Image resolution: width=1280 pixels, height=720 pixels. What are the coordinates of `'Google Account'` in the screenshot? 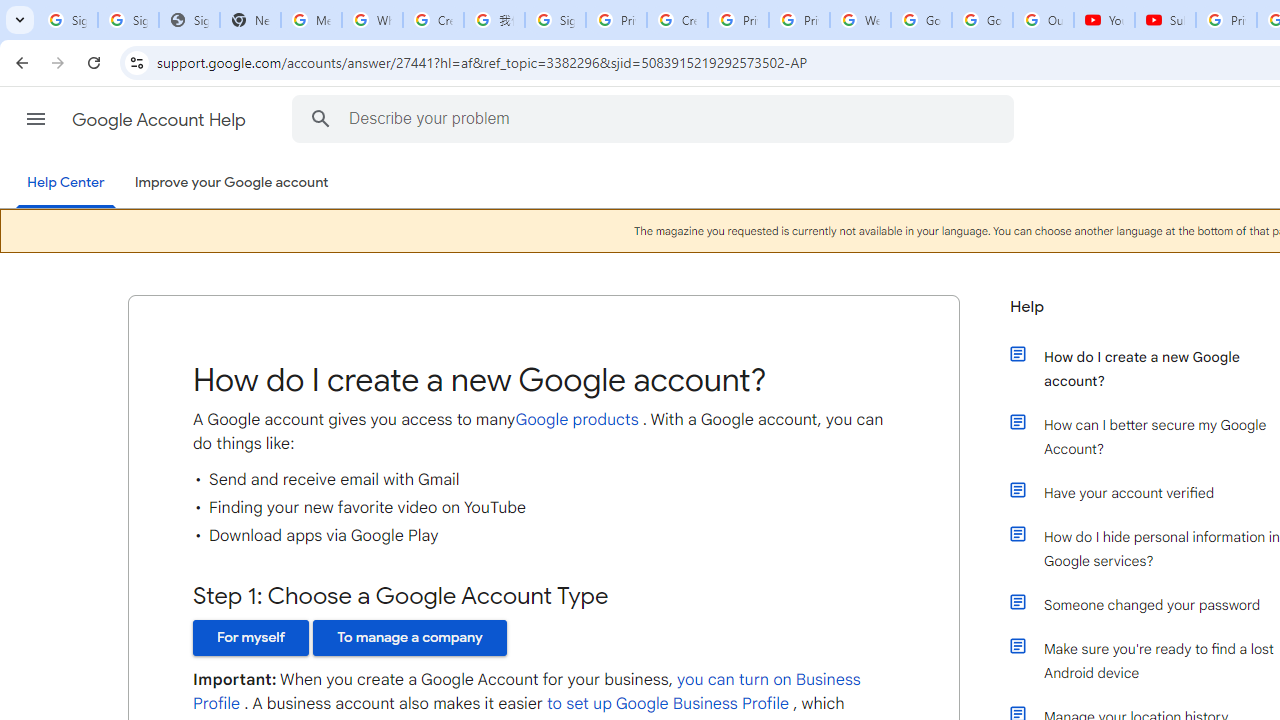 It's located at (982, 20).